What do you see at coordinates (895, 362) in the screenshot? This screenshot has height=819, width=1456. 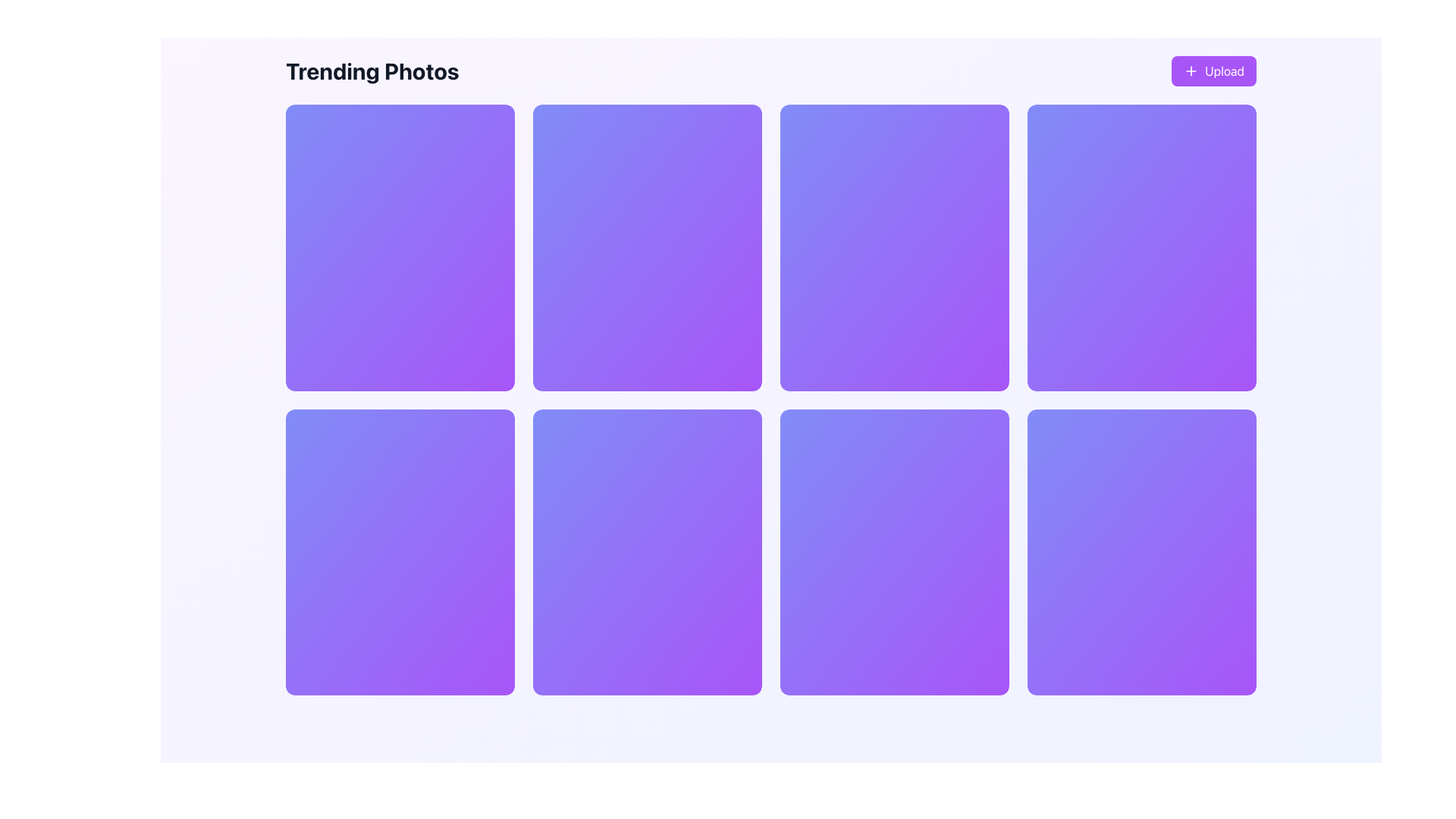 I see `the footer of the sixth card in a grid layout` at bounding box center [895, 362].